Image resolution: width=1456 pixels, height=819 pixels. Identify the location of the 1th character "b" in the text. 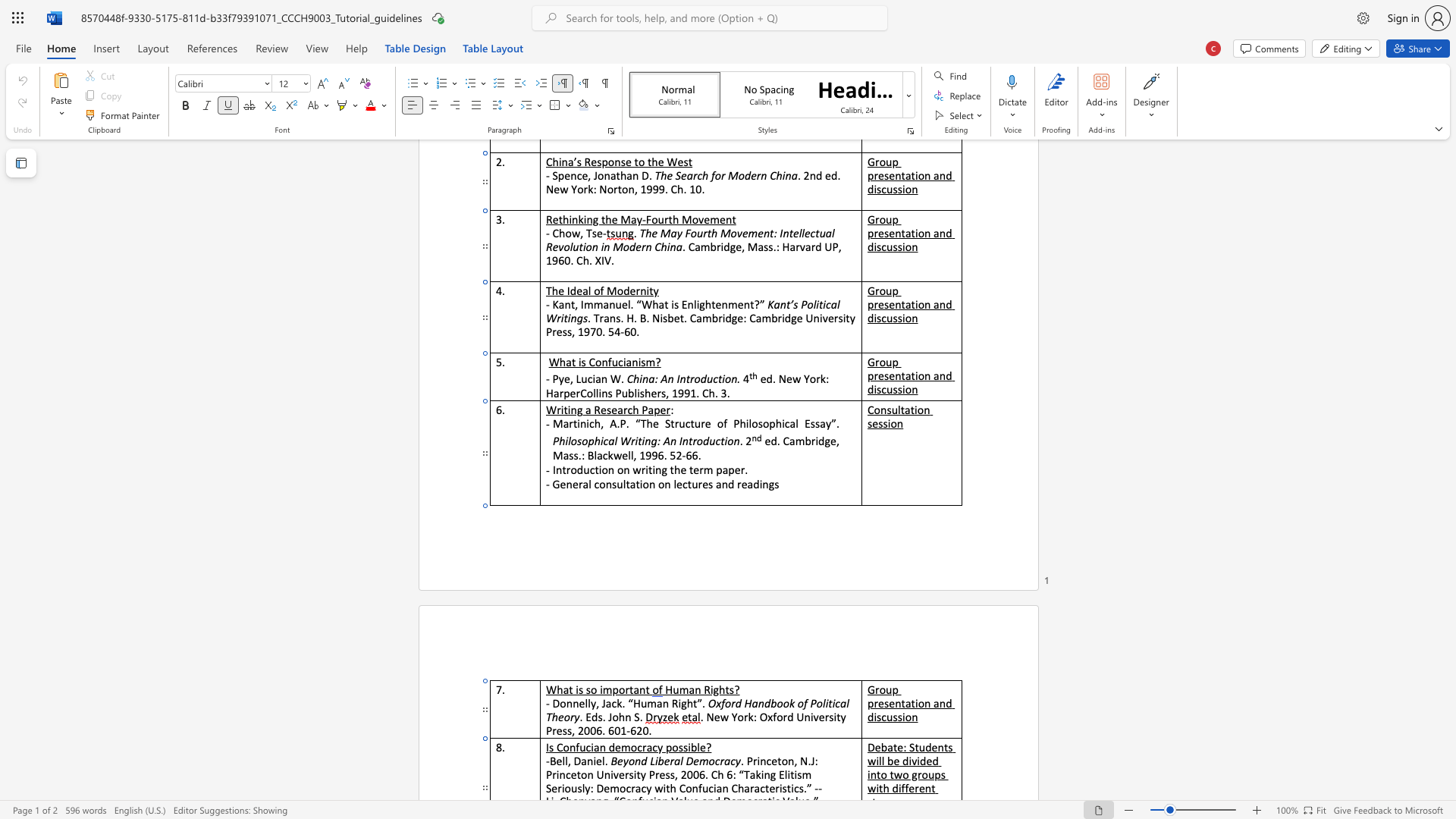
(661, 761).